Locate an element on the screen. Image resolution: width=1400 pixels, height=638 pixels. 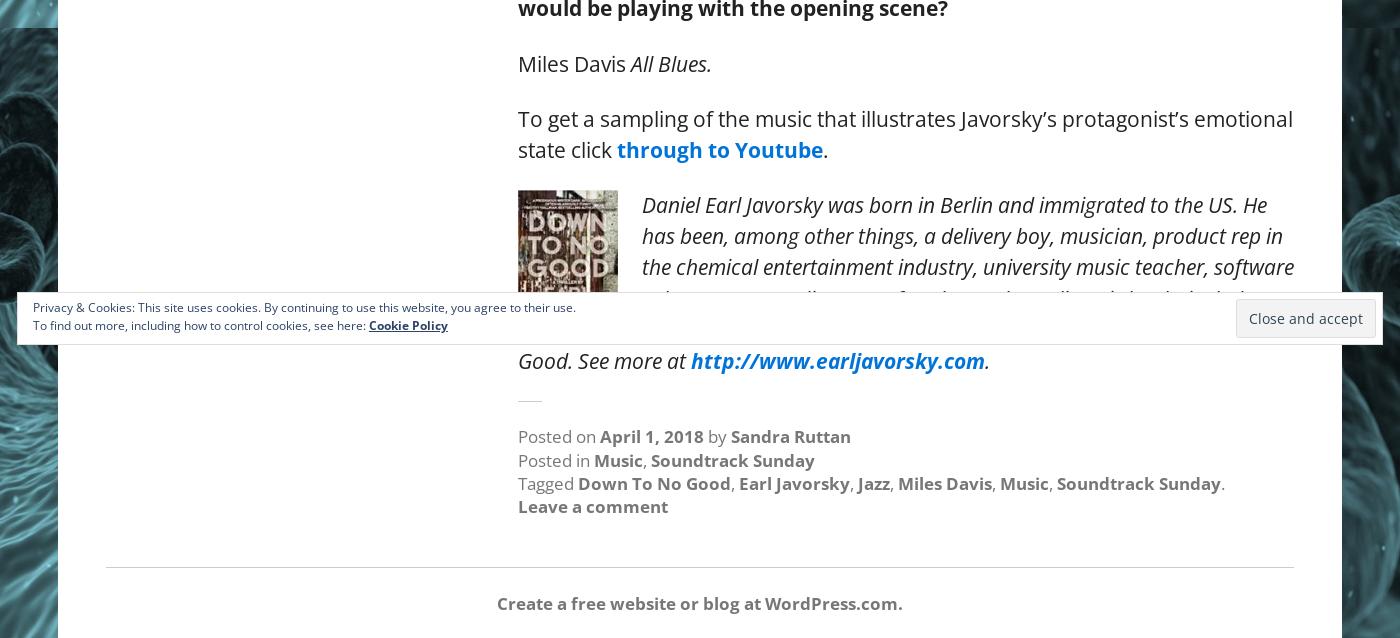
'Create a free website or blog at WordPress.com.' is located at coordinates (497, 601).